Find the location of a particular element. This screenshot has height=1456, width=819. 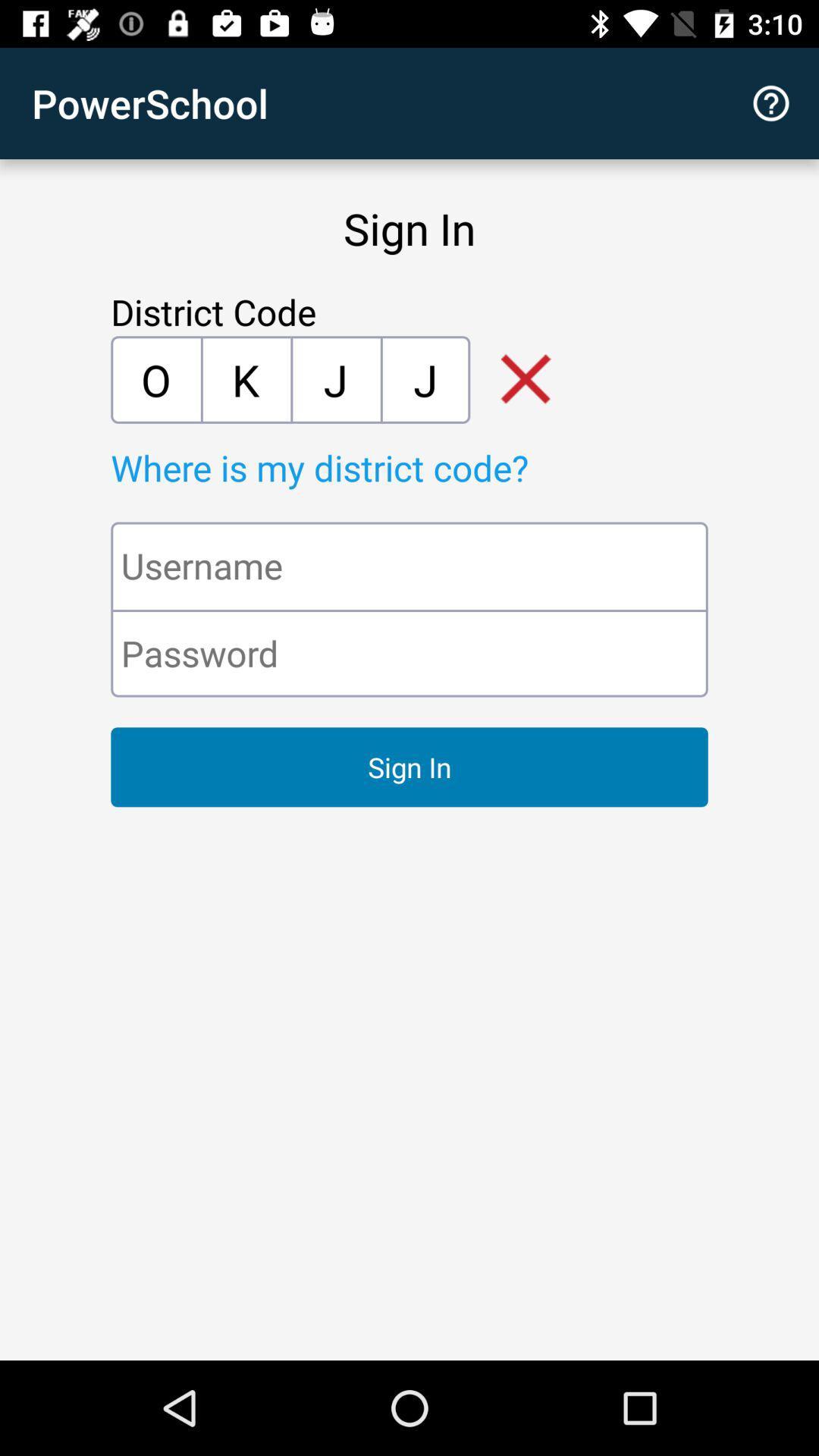

username is located at coordinates (409, 565).